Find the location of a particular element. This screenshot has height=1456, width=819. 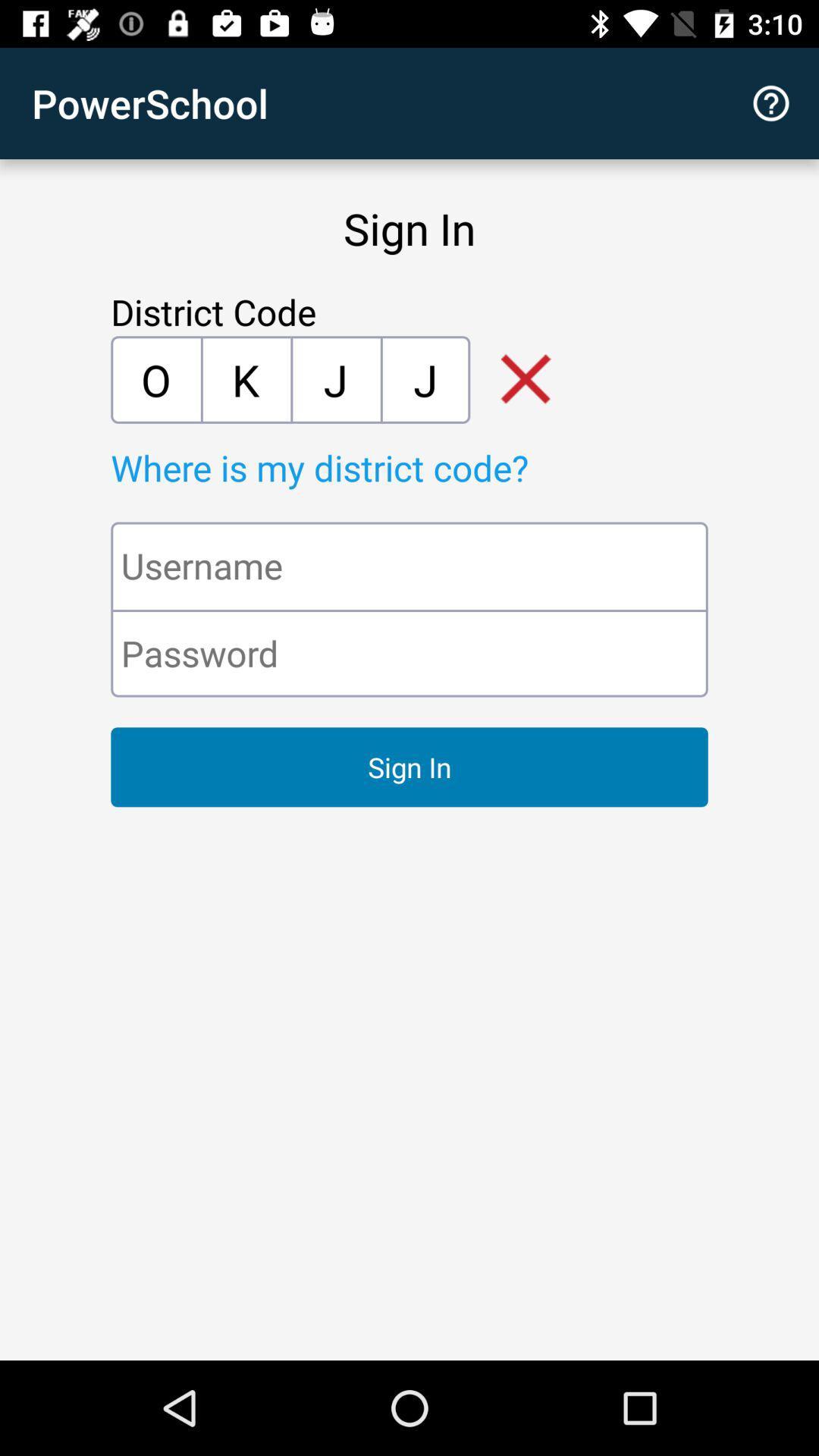

username is located at coordinates (409, 565).